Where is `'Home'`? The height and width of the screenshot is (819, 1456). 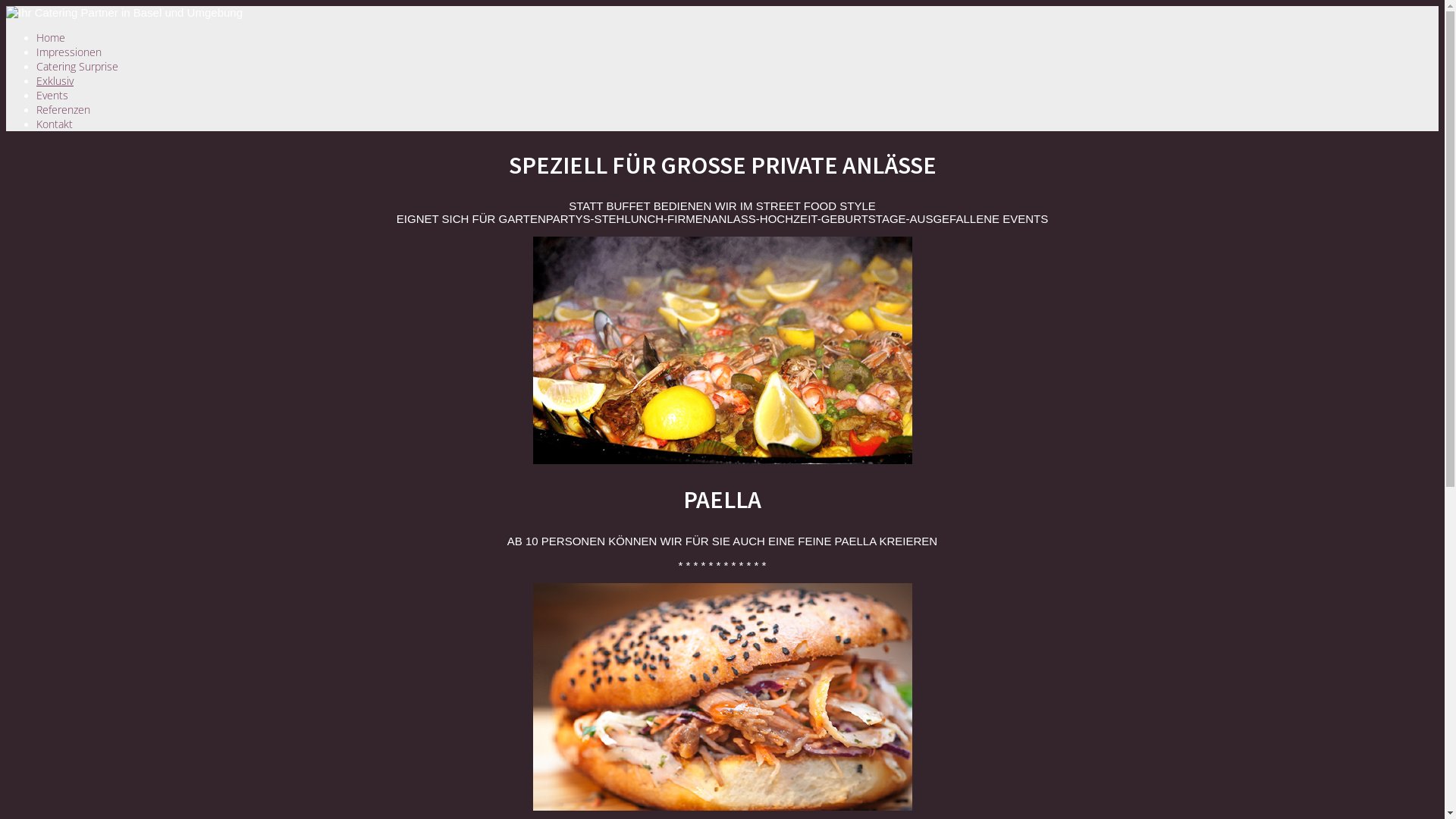
'Home' is located at coordinates (36, 36).